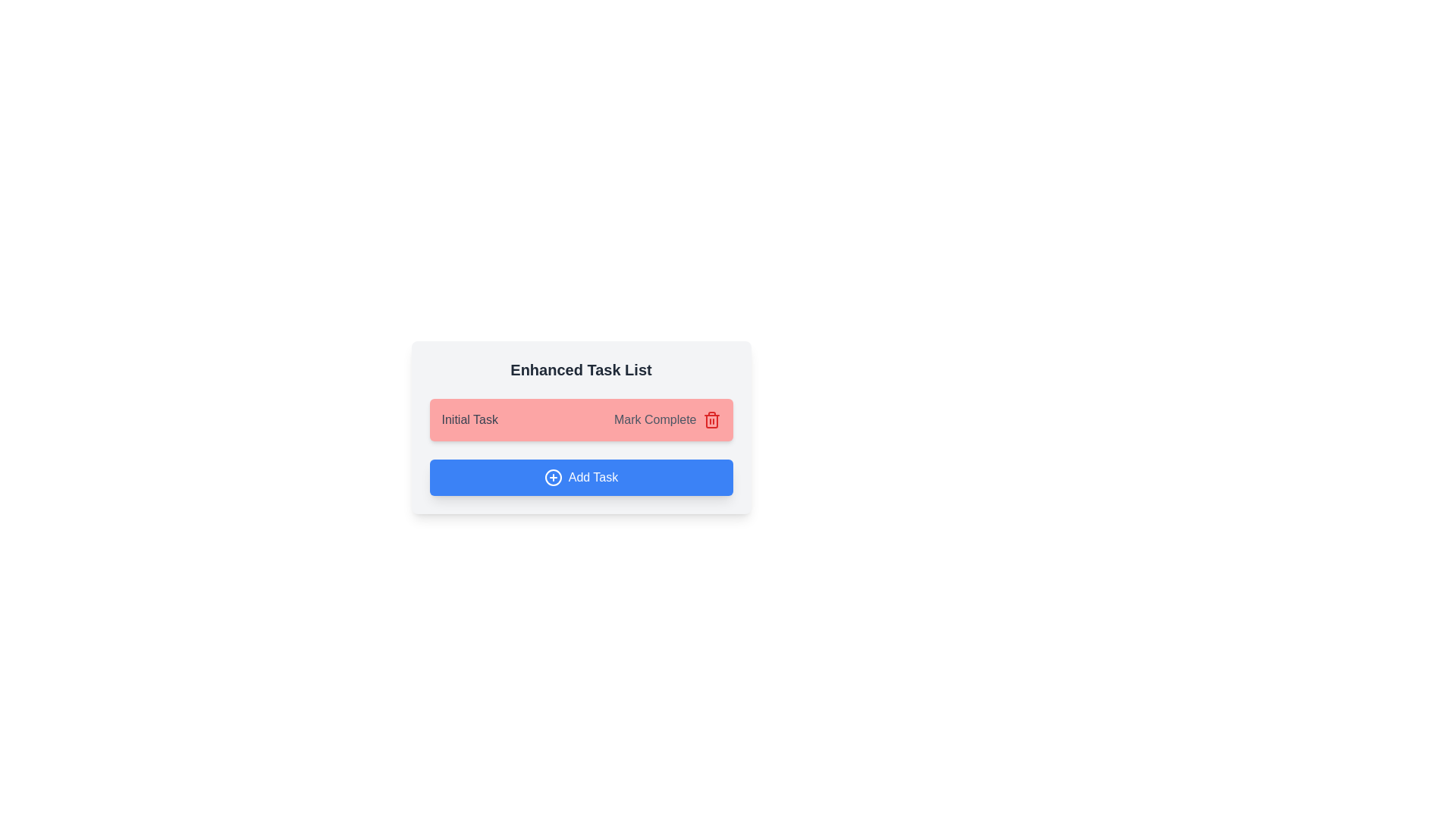  I want to click on the trash icon to delete the task, so click(711, 420).